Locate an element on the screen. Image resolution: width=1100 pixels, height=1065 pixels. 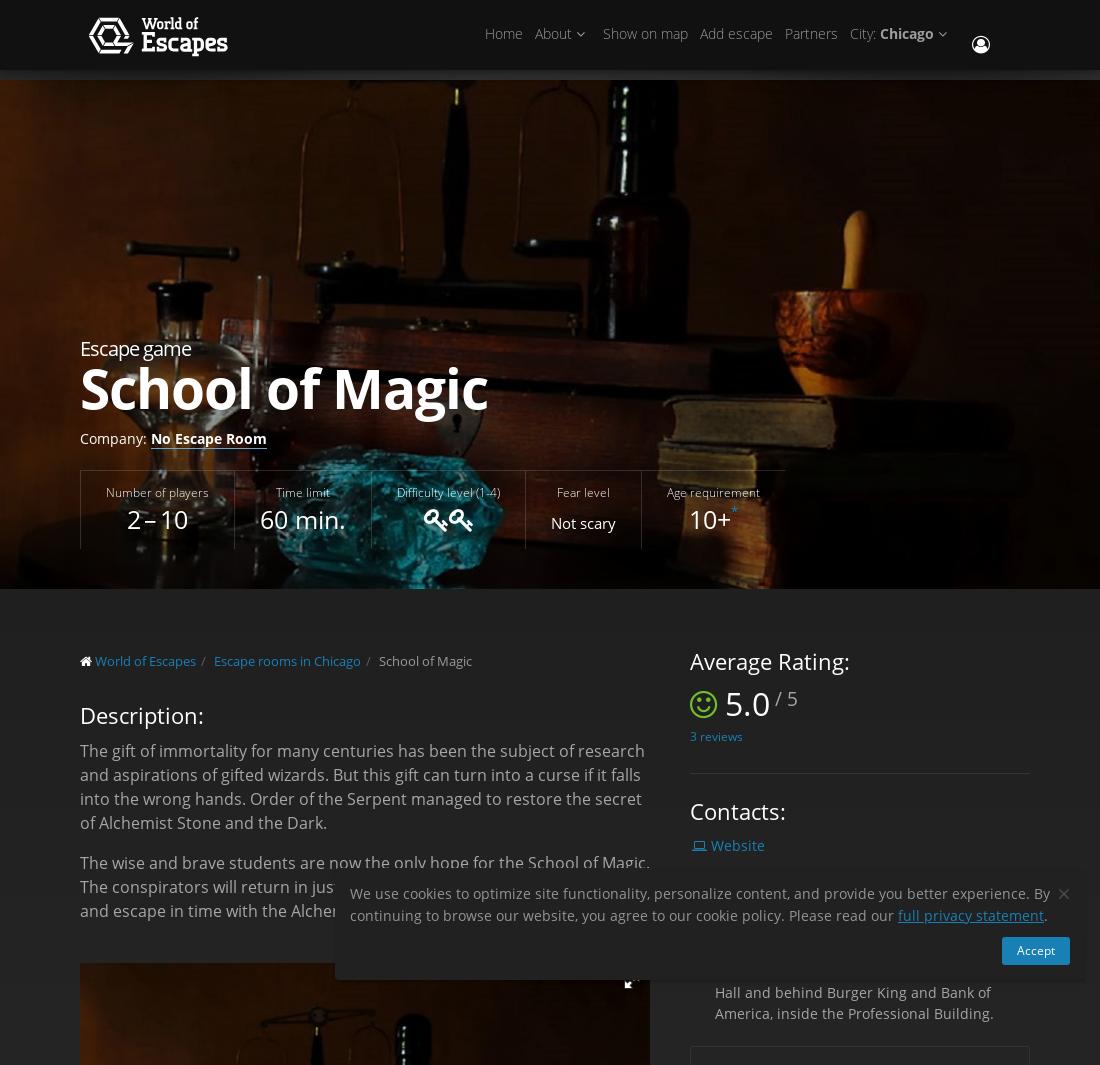
'3' is located at coordinates (692, 735).